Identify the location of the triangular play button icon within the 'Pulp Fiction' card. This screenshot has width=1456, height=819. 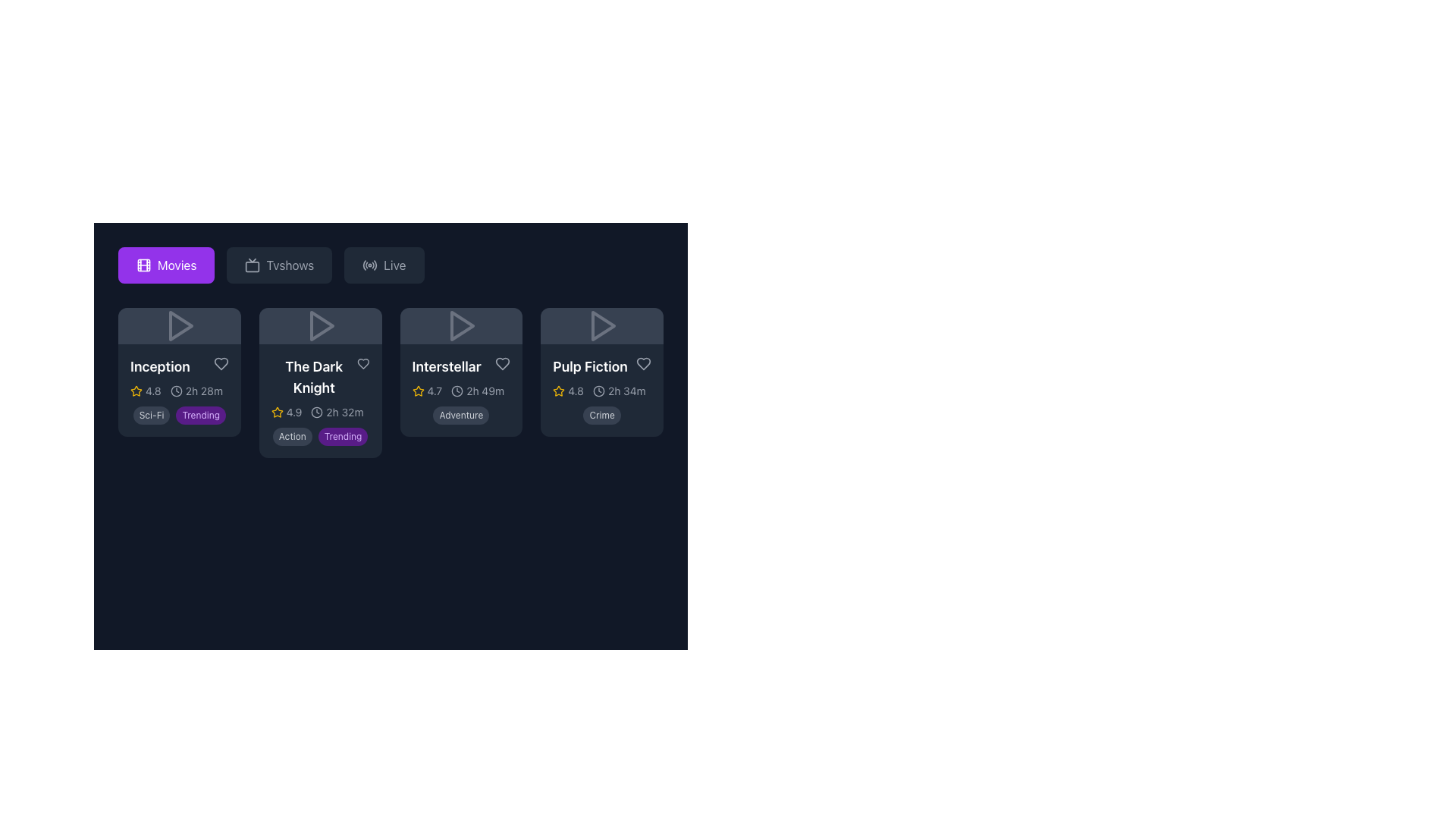
(601, 325).